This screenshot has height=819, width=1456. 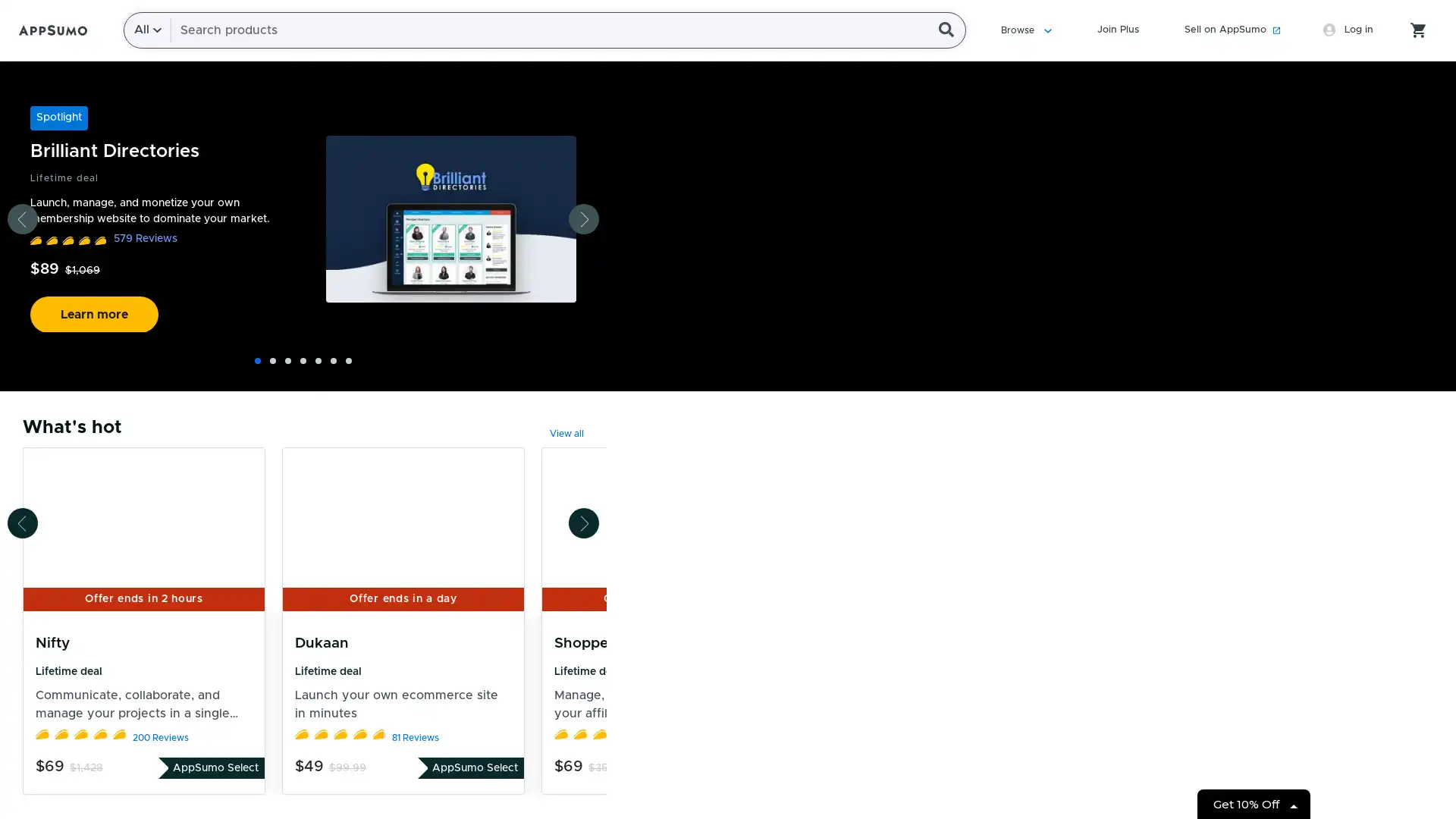 What do you see at coordinates (975, 109) in the screenshot?
I see `Close` at bounding box center [975, 109].